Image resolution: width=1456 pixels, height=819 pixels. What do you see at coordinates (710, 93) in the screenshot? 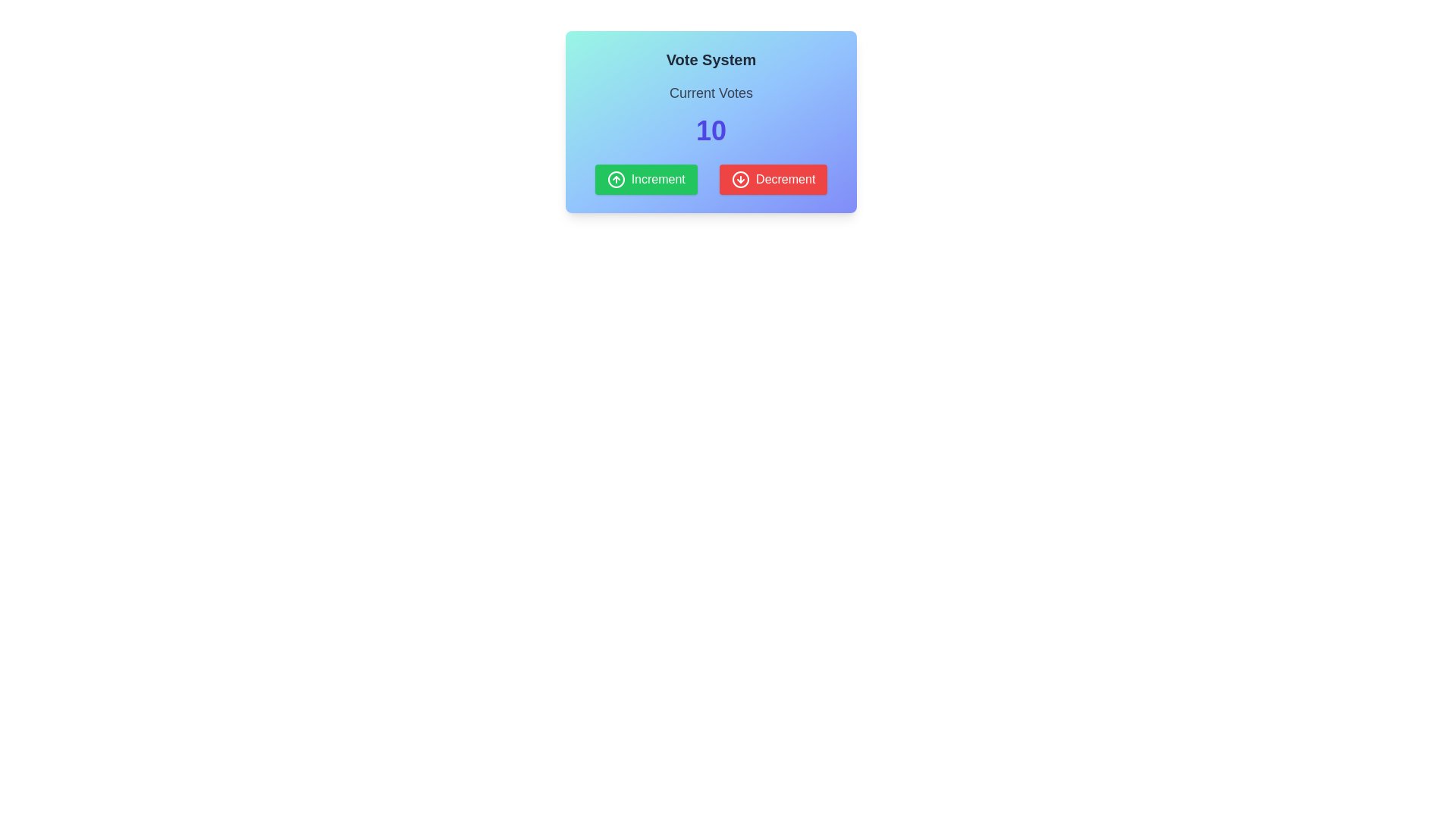
I see `the upper text label that indicates the meaning of the numerical value displayed below it, which is directly above the number '10'` at bounding box center [710, 93].